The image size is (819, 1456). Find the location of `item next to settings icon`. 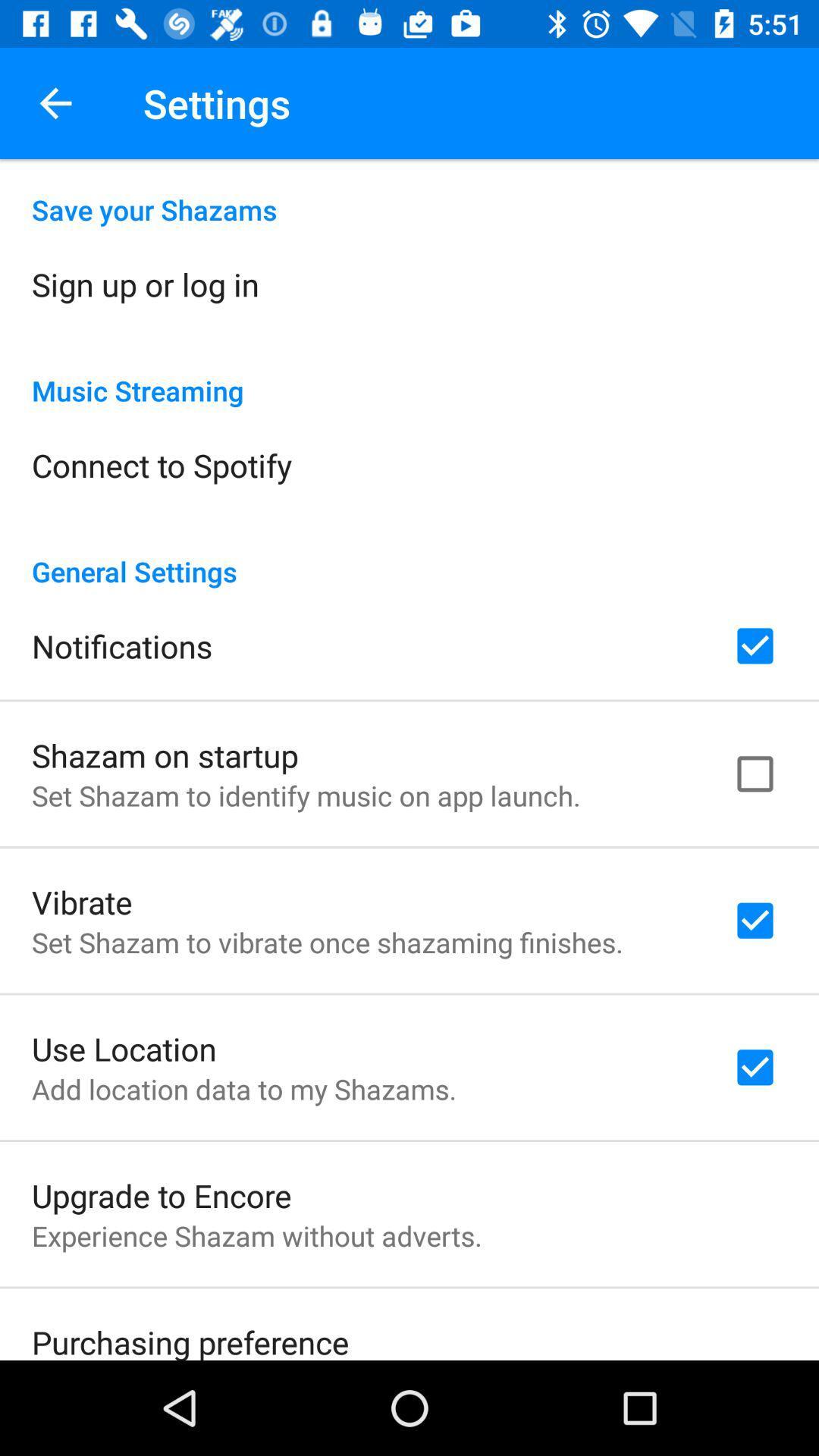

item next to settings icon is located at coordinates (55, 102).